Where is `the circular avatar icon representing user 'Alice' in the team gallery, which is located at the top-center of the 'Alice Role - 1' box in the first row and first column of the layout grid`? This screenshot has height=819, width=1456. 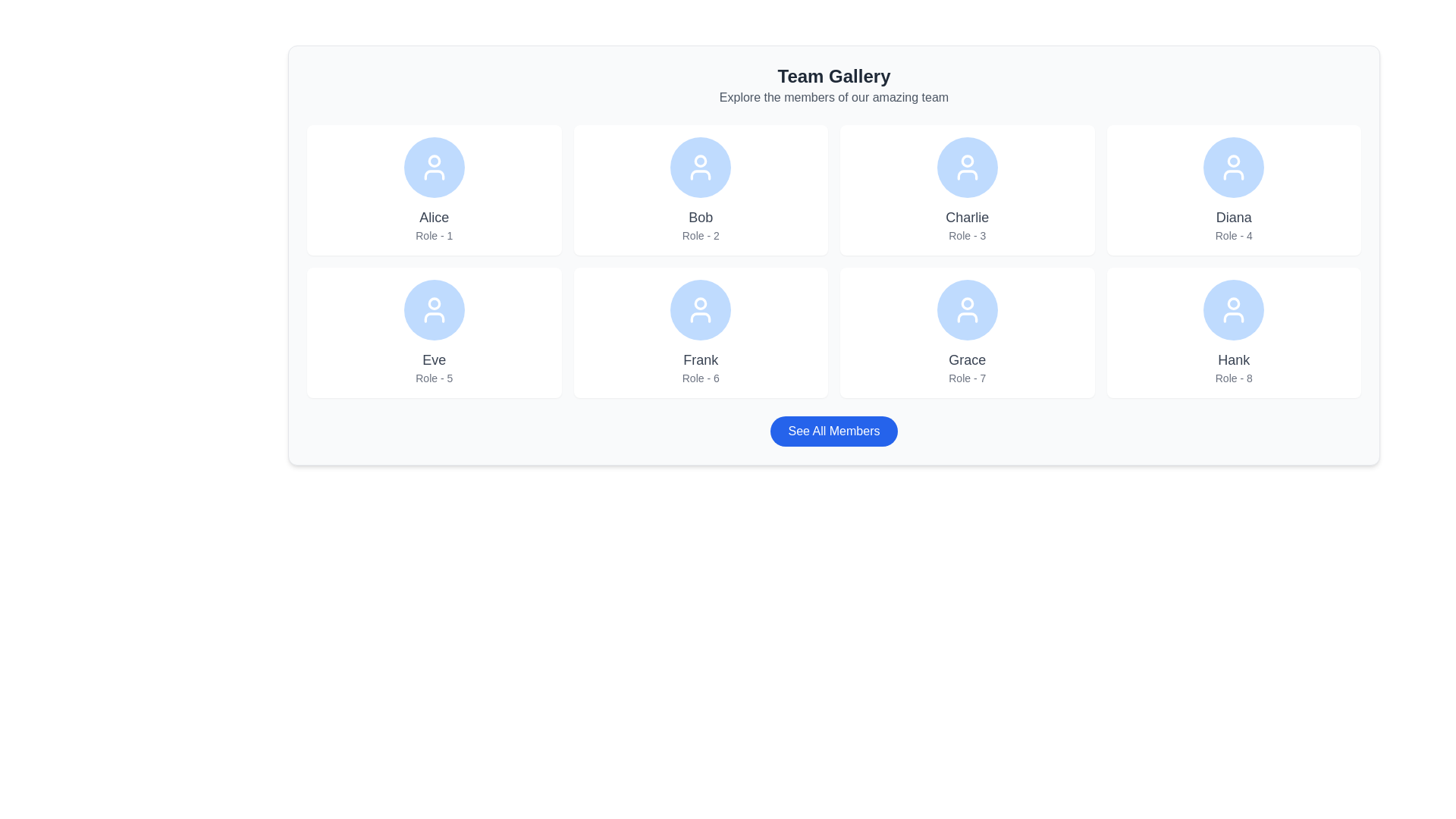 the circular avatar icon representing user 'Alice' in the team gallery, which is located at the top-center of the 'Alice Role - 1' box in the first row and first column of the layout grid is located at coordinates (433, 167).